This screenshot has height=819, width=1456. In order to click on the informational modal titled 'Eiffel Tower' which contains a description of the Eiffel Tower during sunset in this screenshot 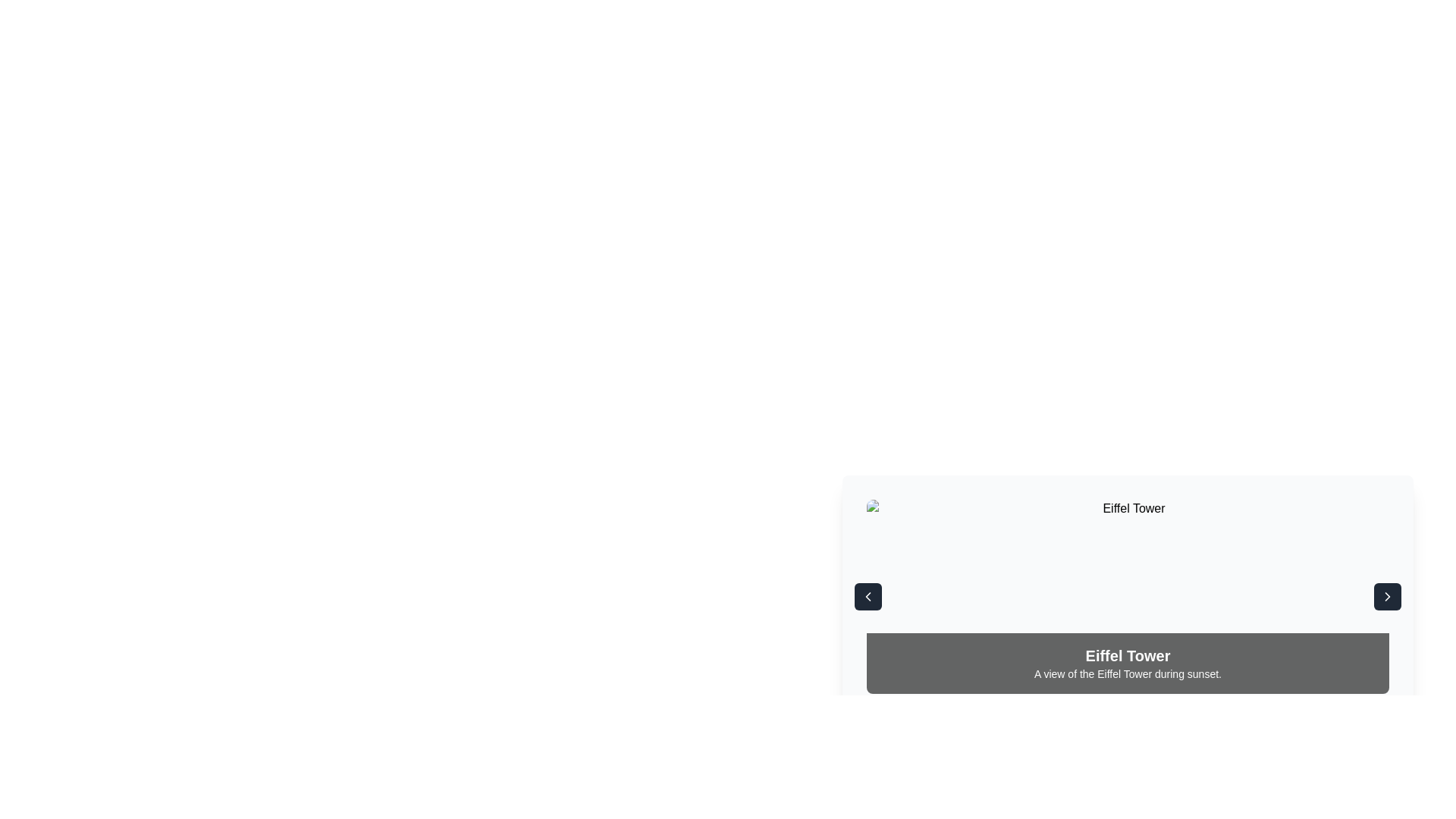, I will do `click(1128, 576)`.